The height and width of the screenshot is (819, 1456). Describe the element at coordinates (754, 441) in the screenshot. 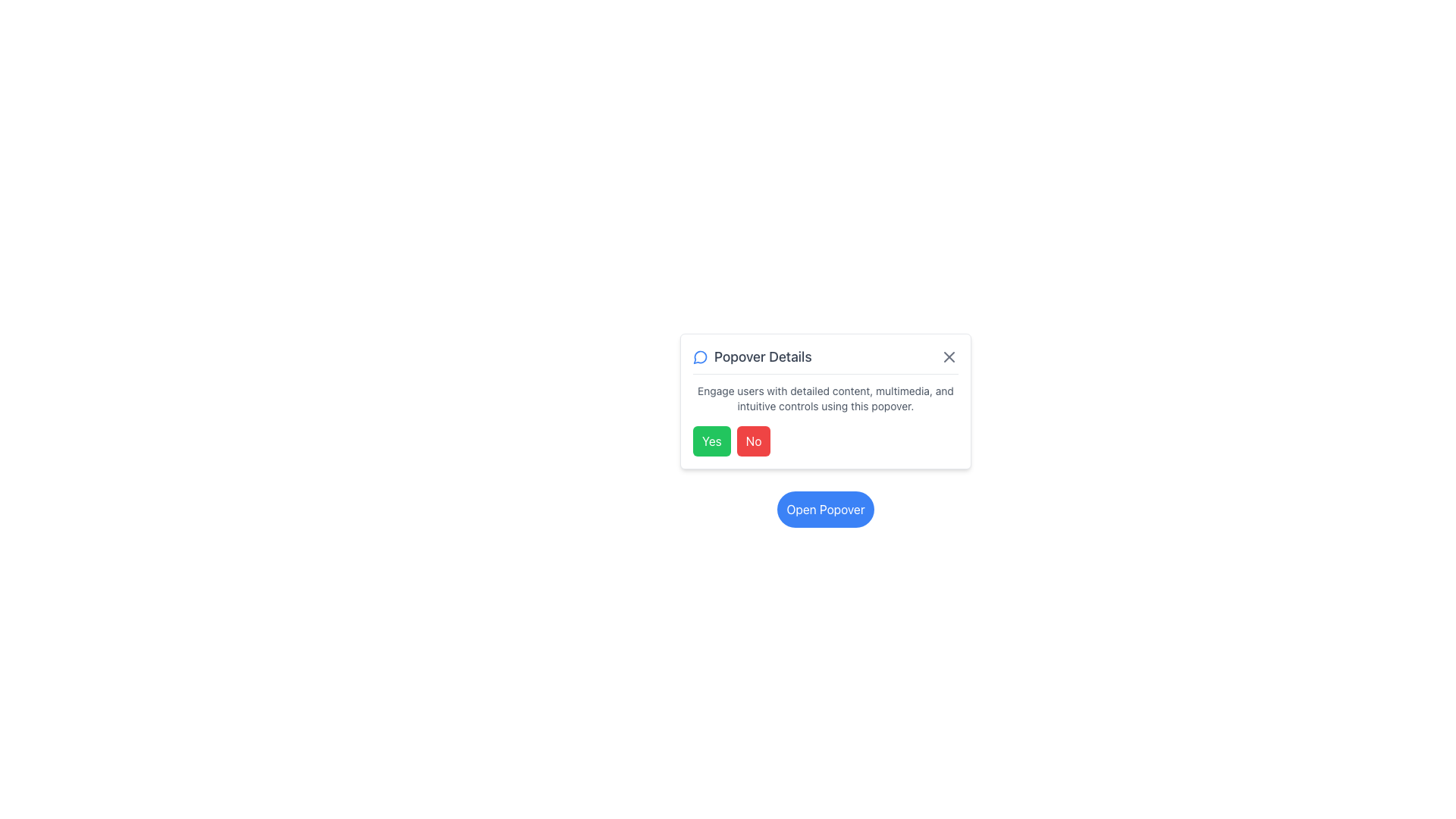

I see `the red button labeled 'No.' to decline, which is the second button positioned to the right of the green button labeled 'Yes.'` at that location.